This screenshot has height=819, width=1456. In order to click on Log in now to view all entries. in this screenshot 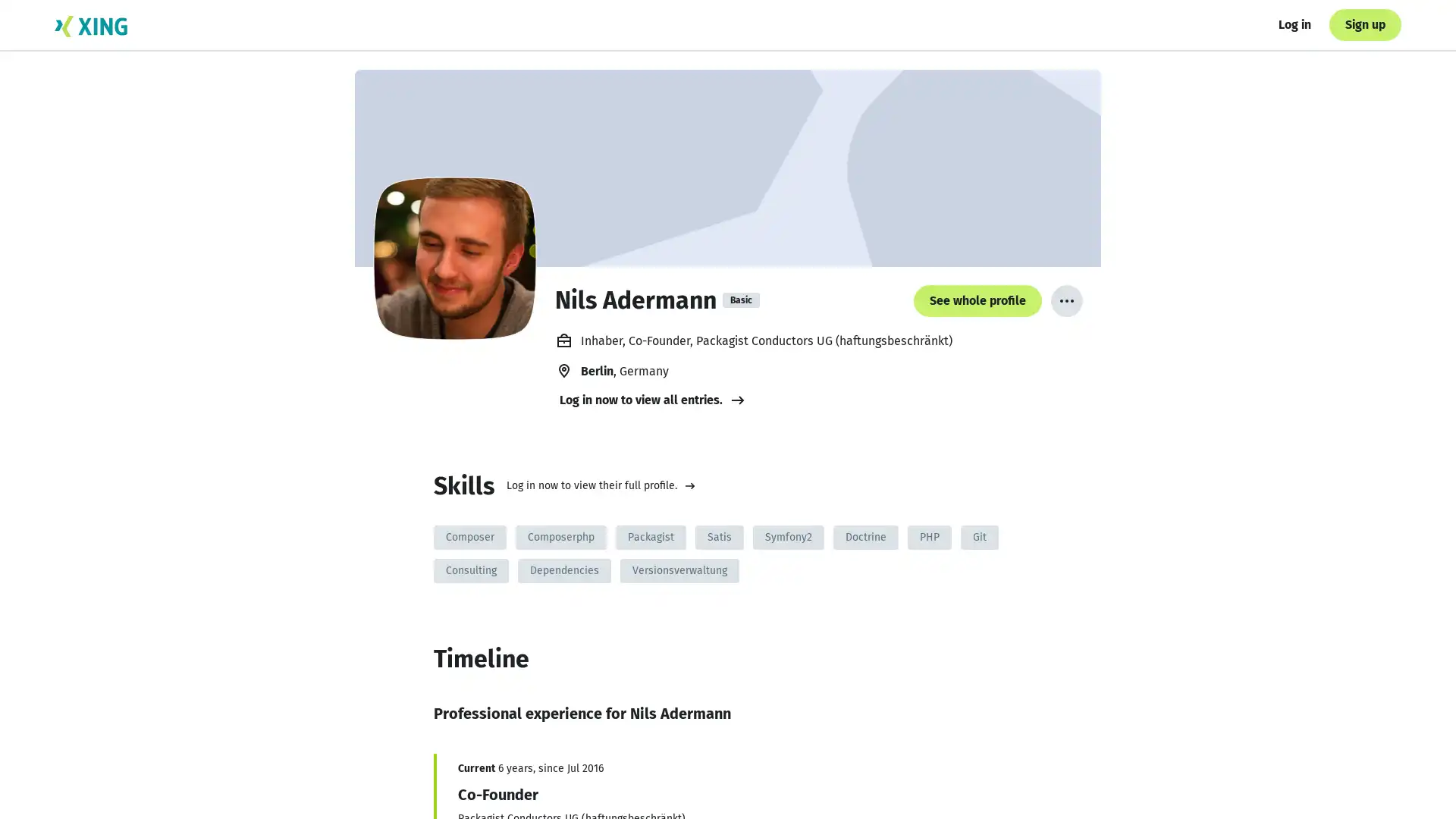, I will do `click(653, 400)`.